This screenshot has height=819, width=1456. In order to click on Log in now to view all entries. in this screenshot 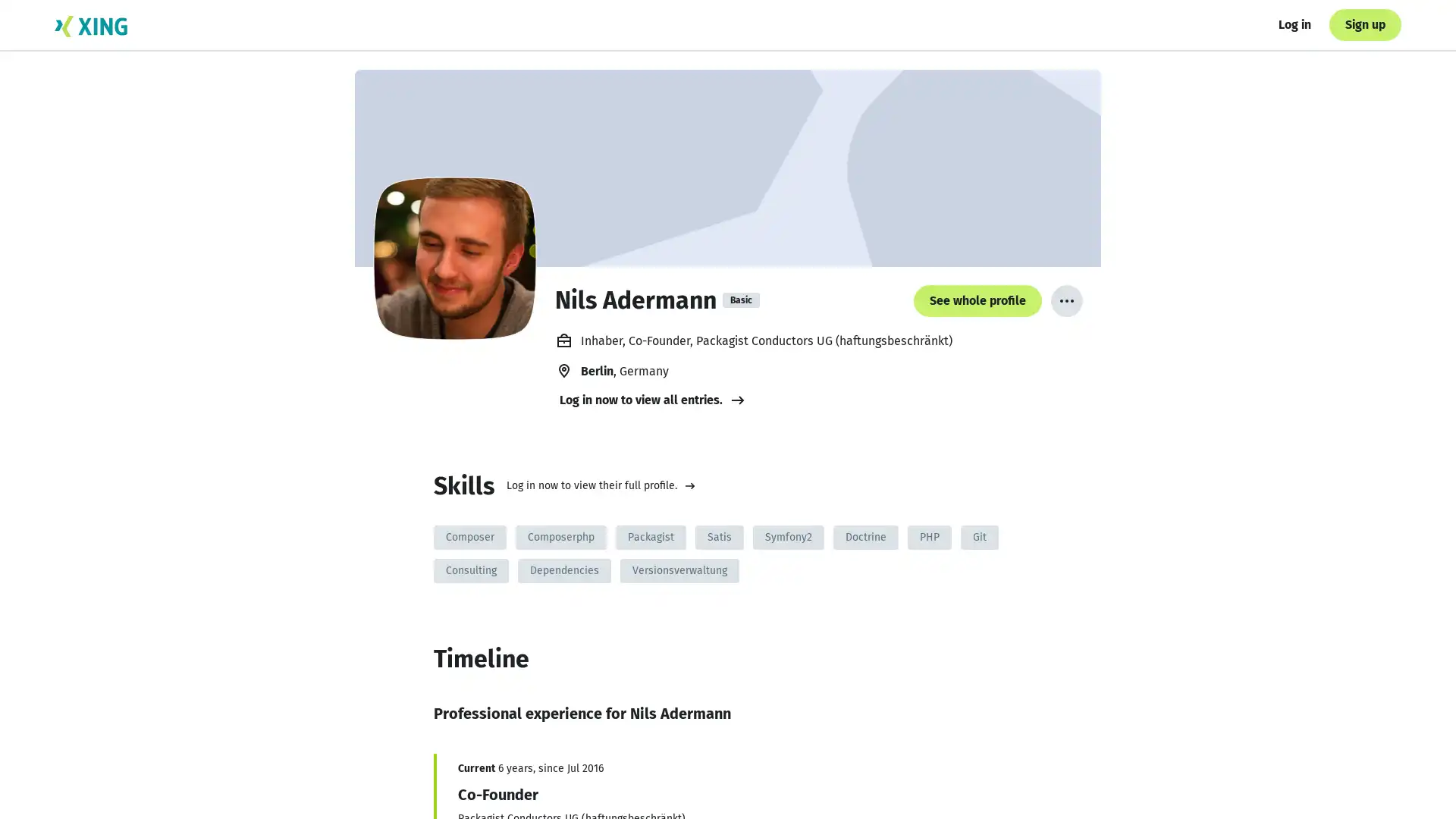, I will do `click(653, 400)`.